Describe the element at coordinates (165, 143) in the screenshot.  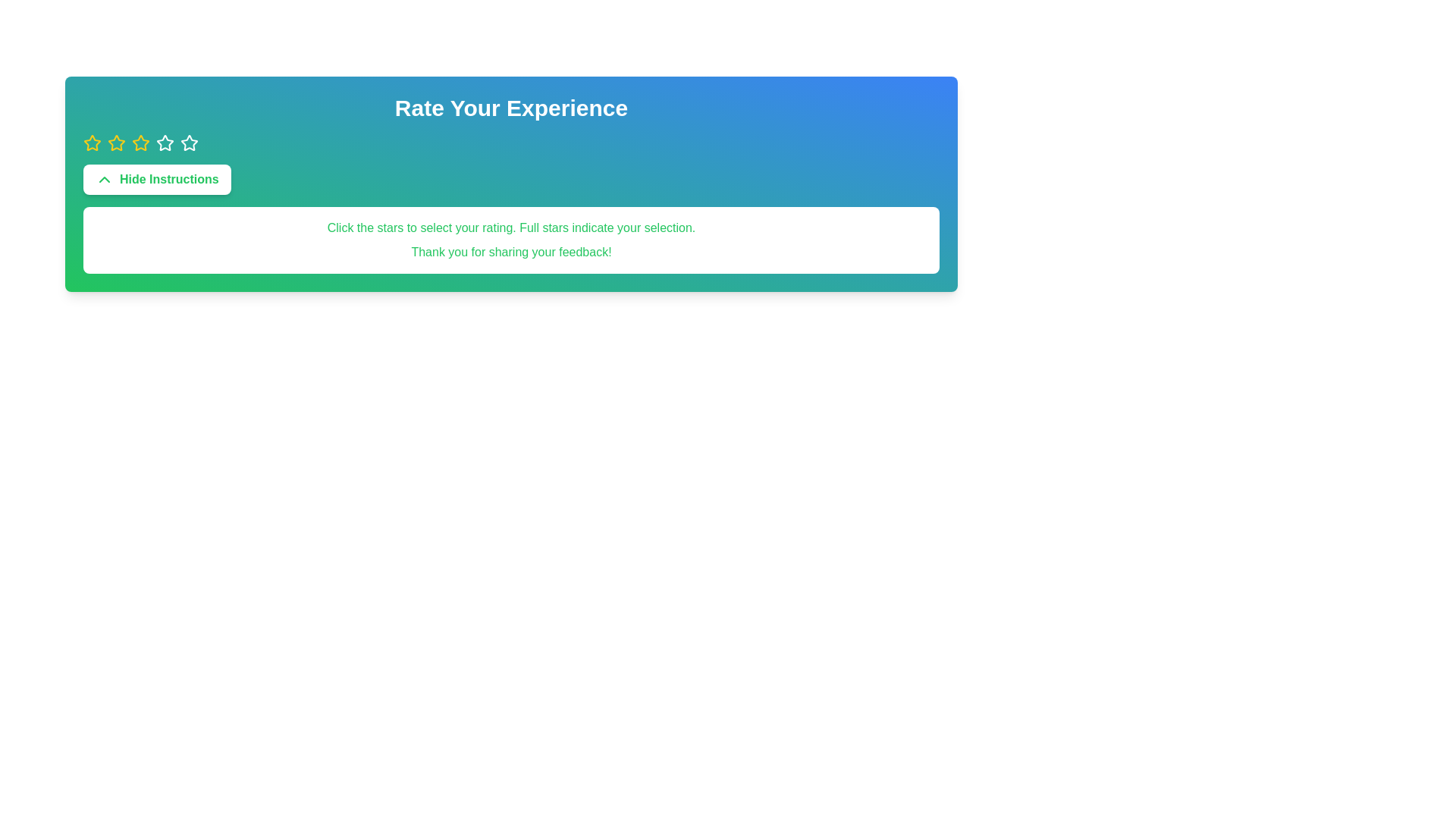
I see `the rating` at that location.